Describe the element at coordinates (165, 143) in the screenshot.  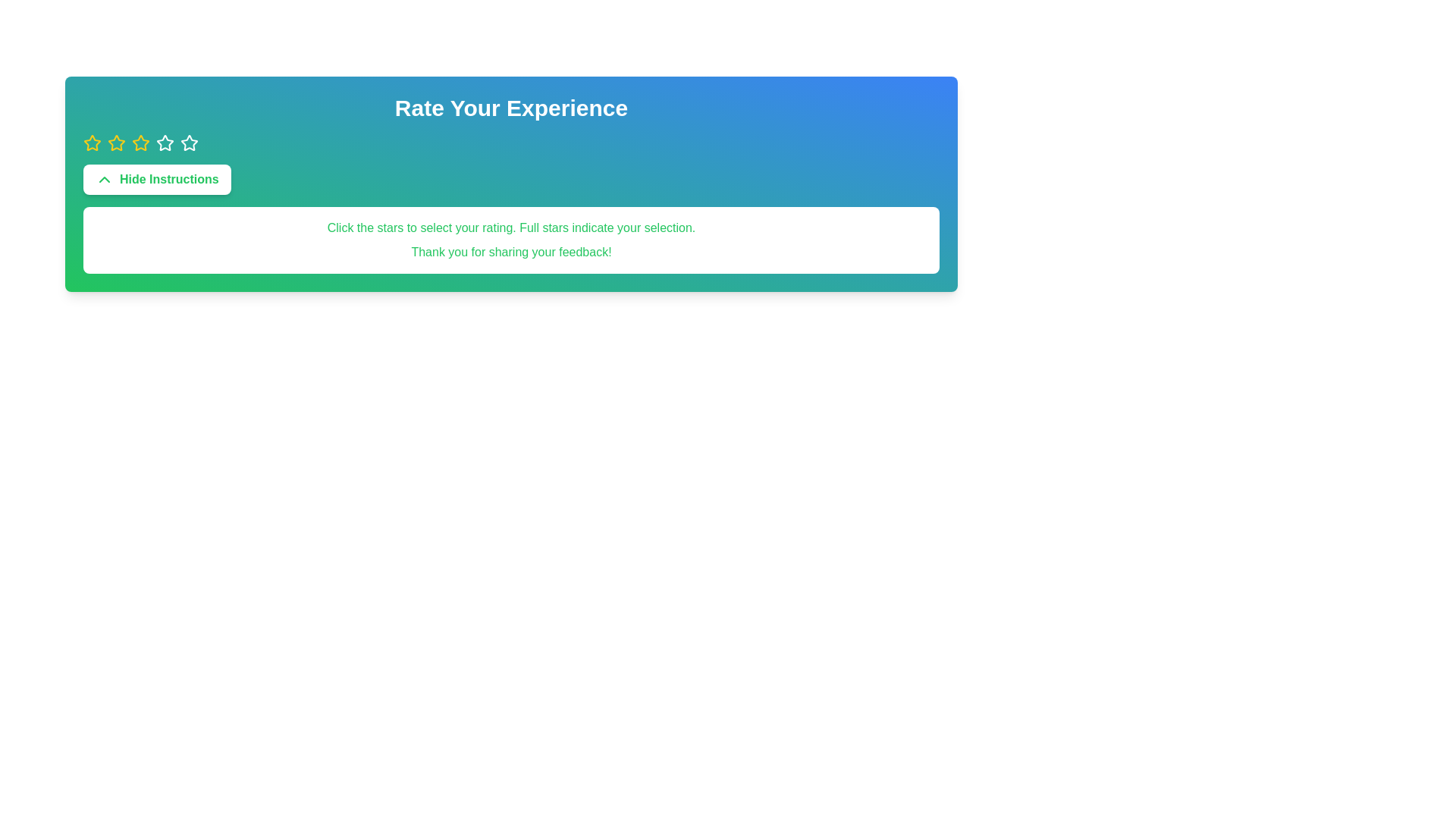
I see `the rating` at that location.